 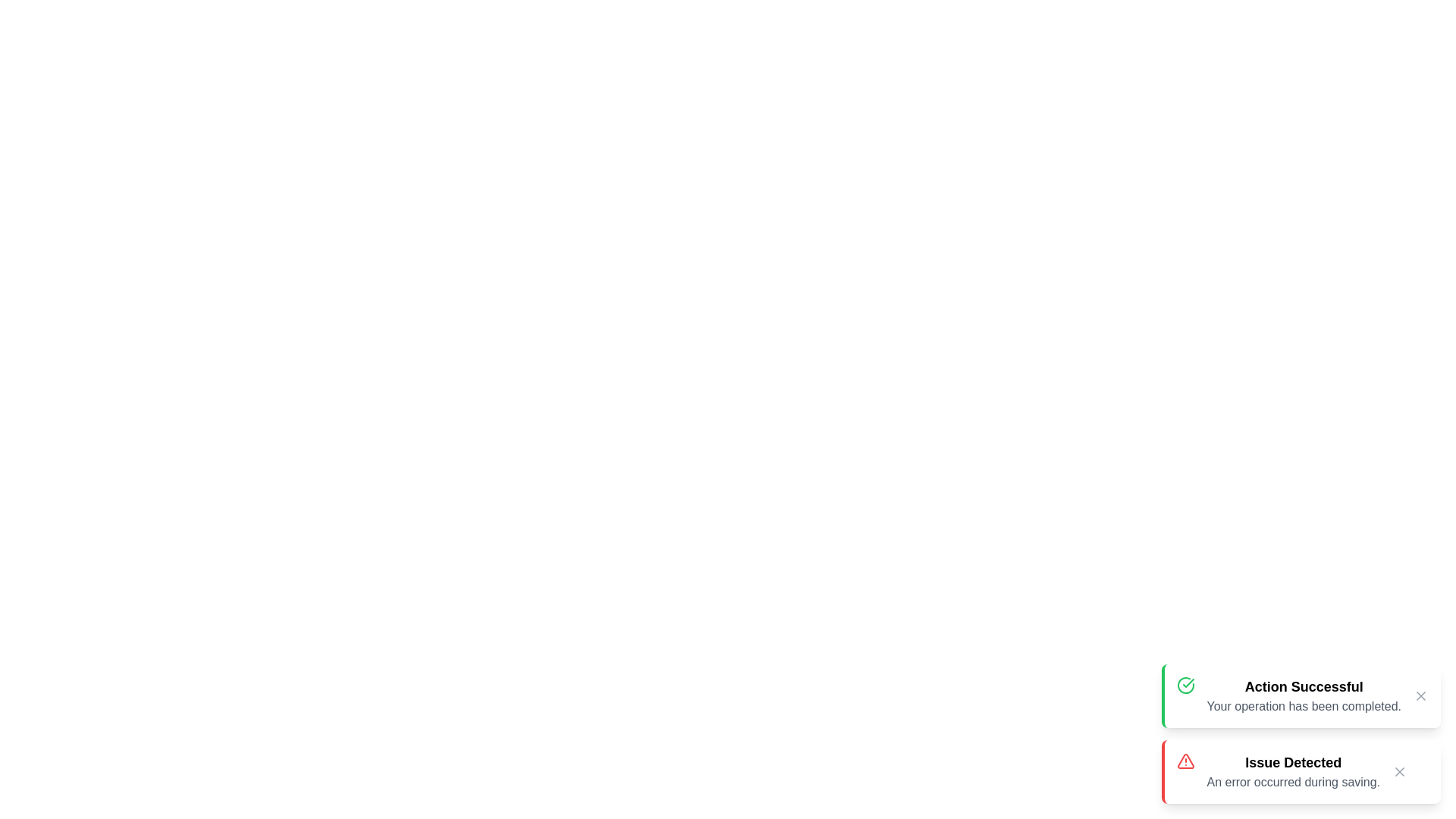 I want to click on the close button of the notification with title Action Successful, so click(x=1420, y=696).